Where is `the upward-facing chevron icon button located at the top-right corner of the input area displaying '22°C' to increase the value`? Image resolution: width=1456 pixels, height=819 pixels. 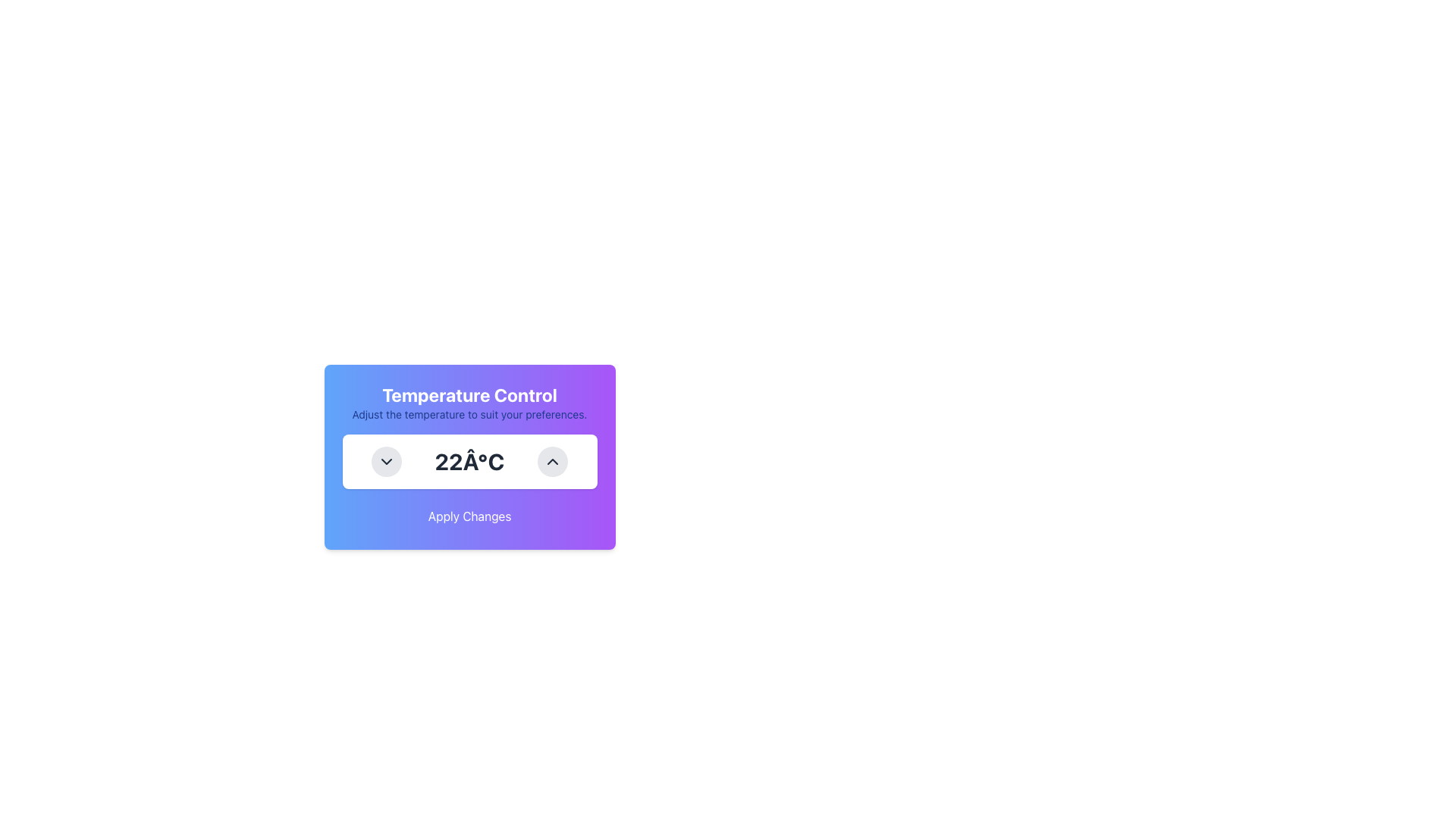 the upward-facing chevron icon button located at the top-right corner of the input area displaying '22°C' to increase the value is located at coordinates (552, 461).